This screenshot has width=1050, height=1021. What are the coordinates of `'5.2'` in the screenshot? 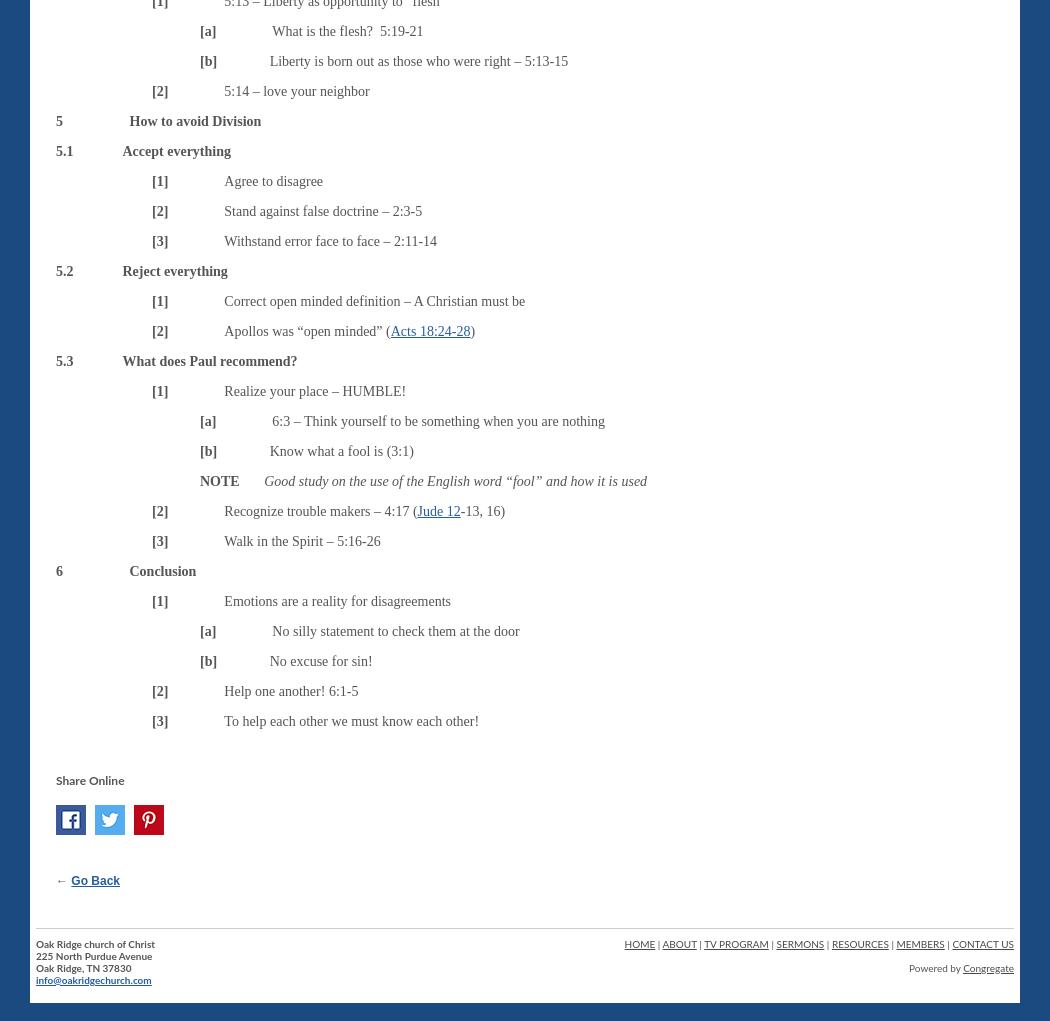 It's located at (63, 269).